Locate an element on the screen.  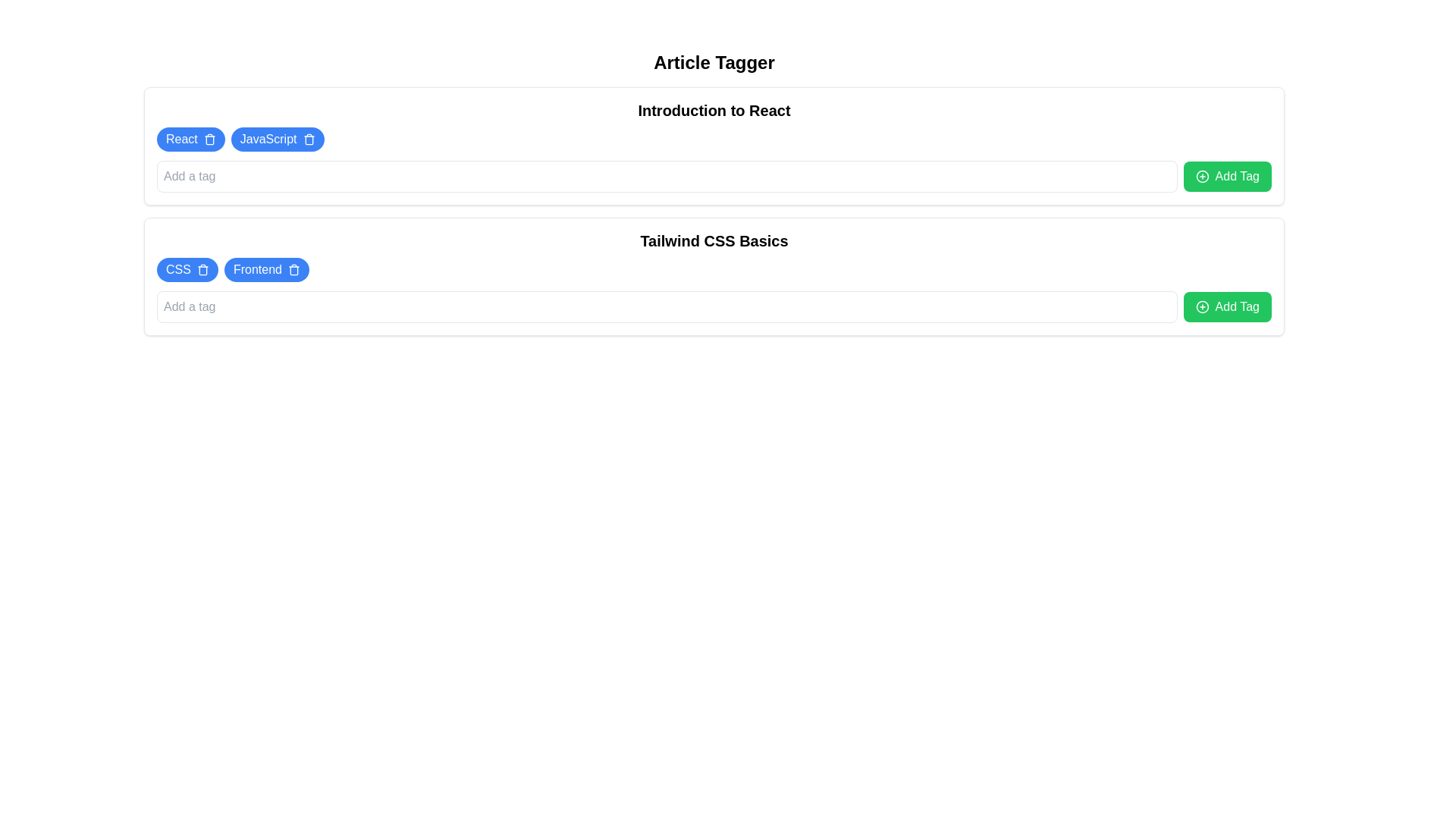
the circular shape located within the SVG group, which is near the 'Add Tag' button in the second section of the interface is located at coordinates (1201, 175).